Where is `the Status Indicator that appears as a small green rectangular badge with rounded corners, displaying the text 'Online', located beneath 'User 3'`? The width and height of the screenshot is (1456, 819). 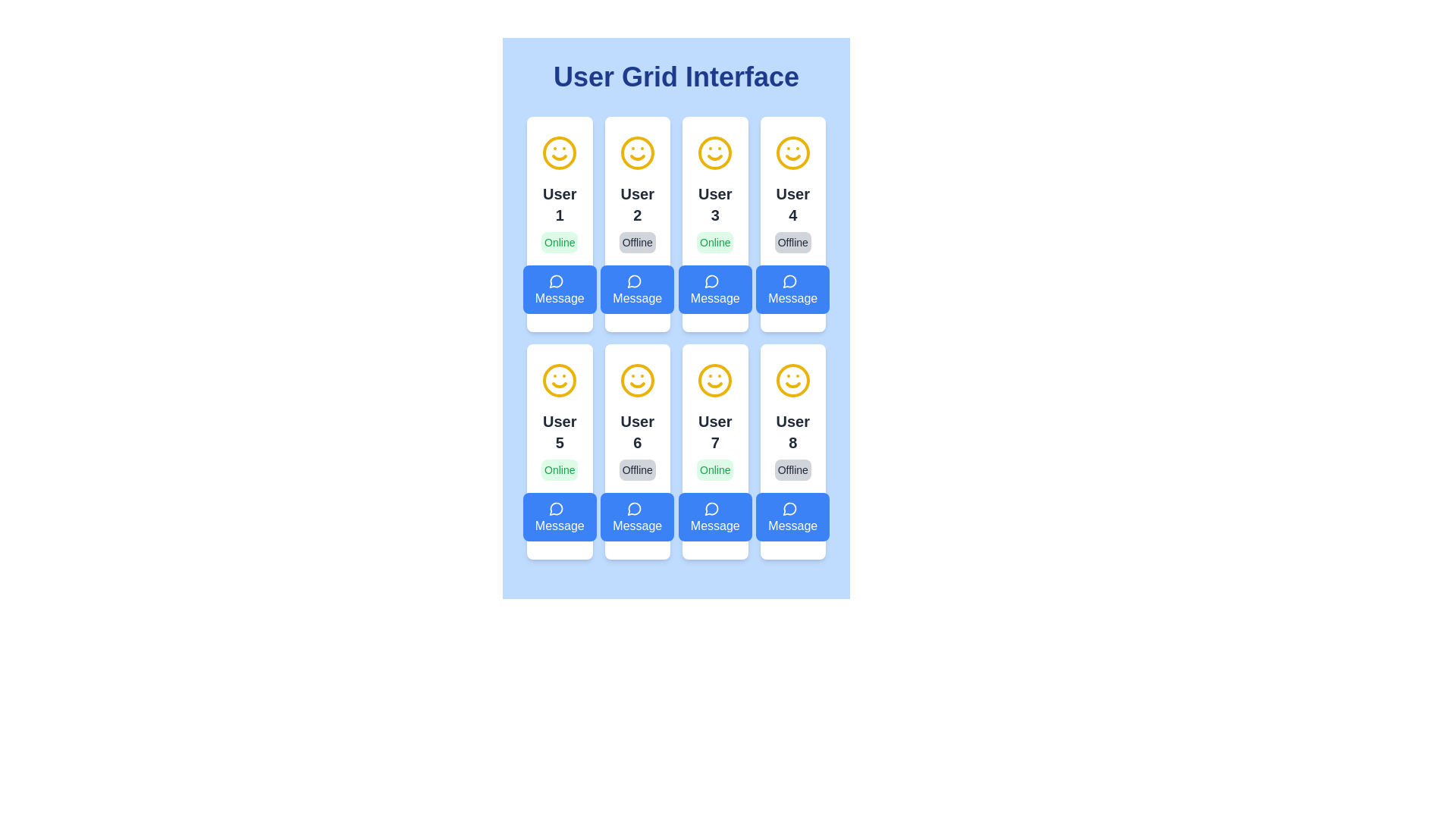 the Status Indicator that appears as a small green rectangular badge with rounded corners, displaying the text 'Online', located beneath 'User 3' is located at coordinates (714, 242).